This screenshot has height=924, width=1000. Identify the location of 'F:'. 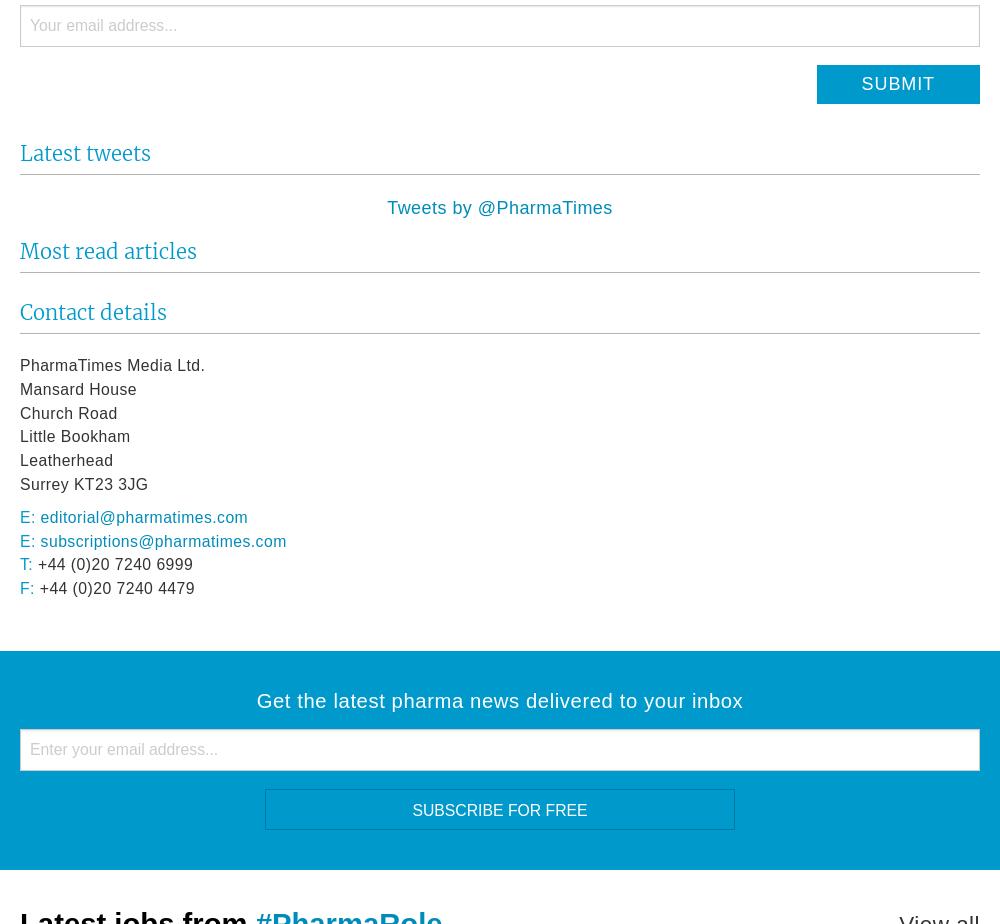
(20, 588).